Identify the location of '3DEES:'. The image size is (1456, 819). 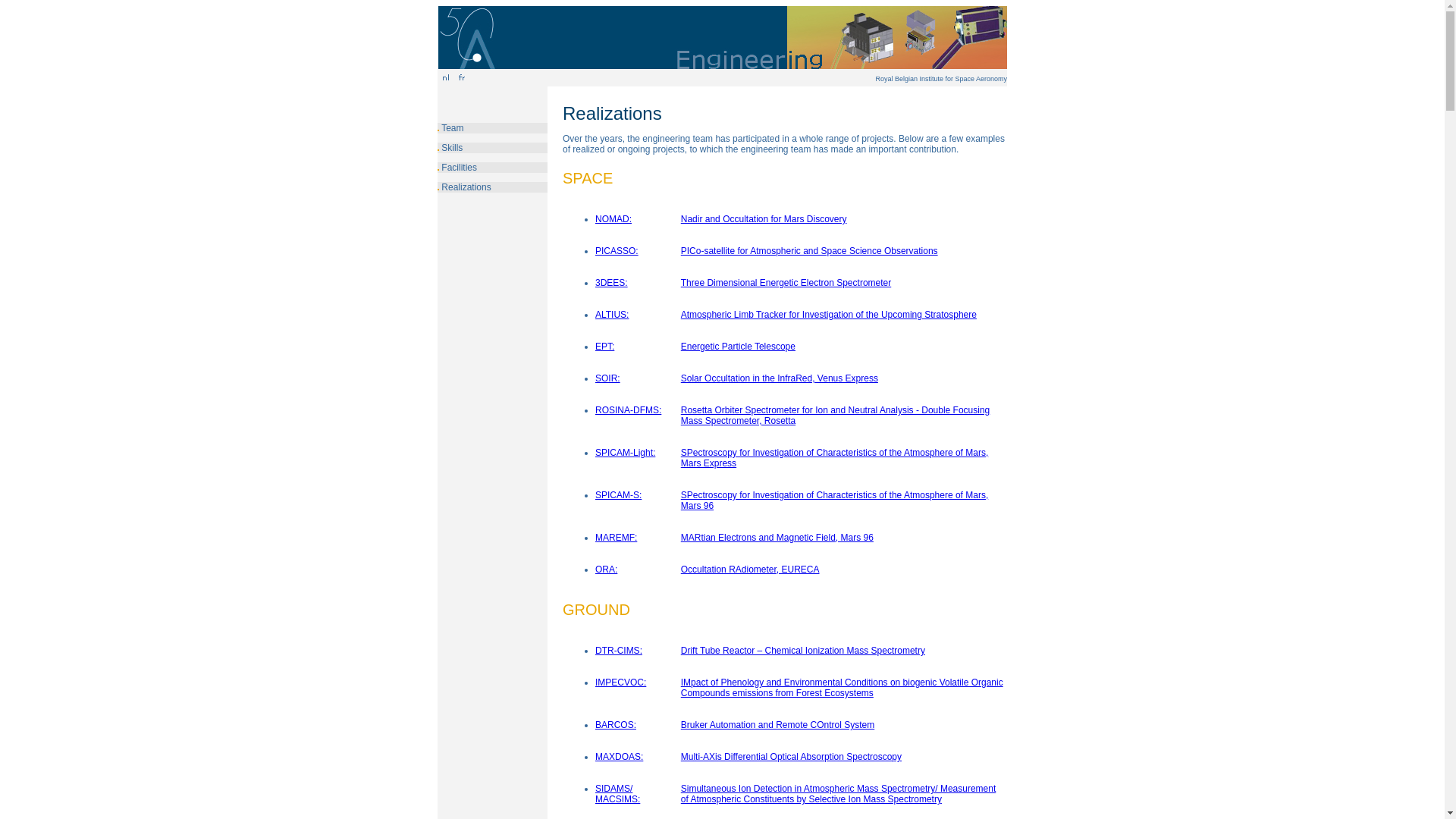
(611, 283).